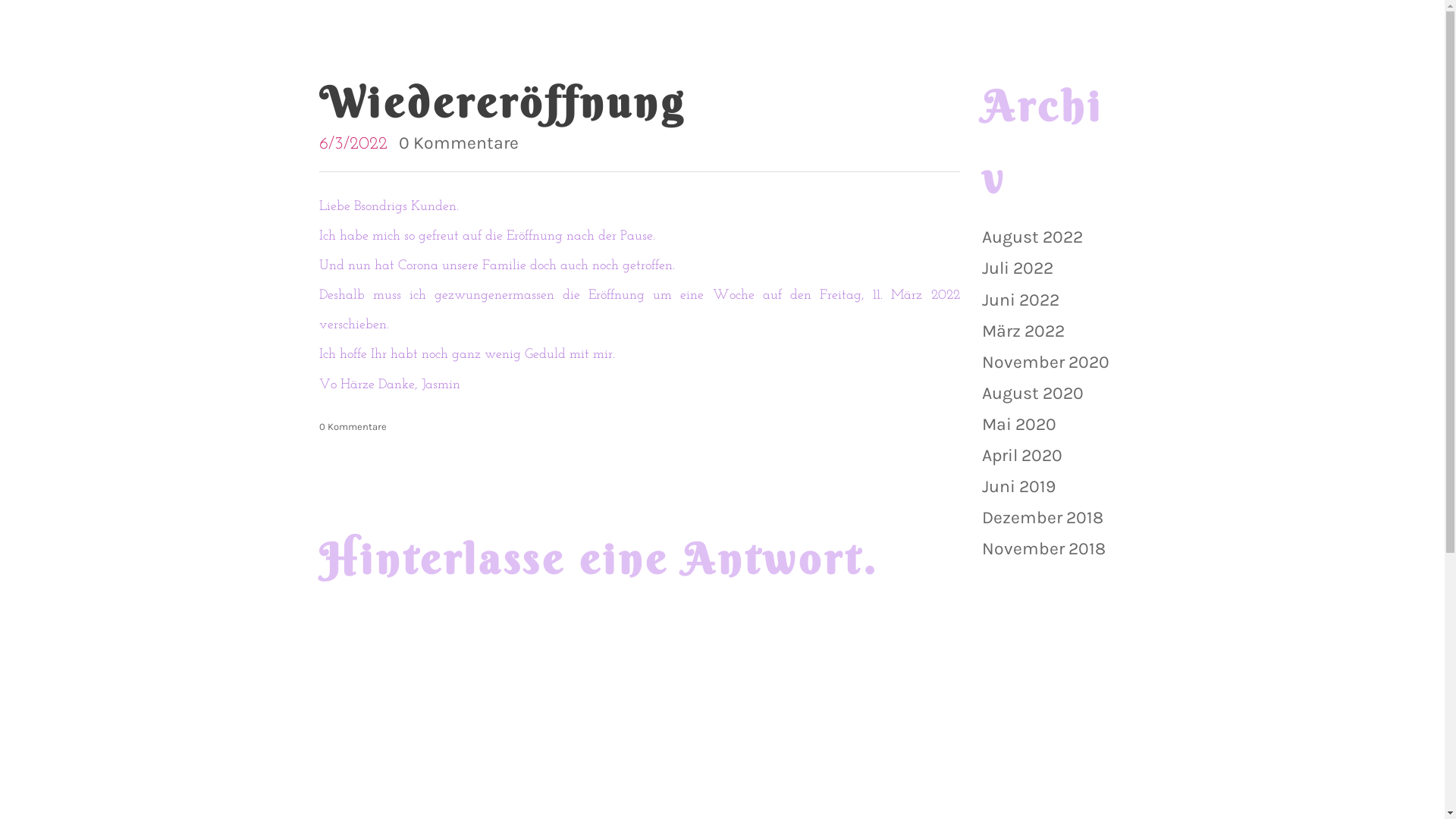  Describe the element at coordinates (1016, 267) in the screenshot. I see `'Juli 2022'` at that location.